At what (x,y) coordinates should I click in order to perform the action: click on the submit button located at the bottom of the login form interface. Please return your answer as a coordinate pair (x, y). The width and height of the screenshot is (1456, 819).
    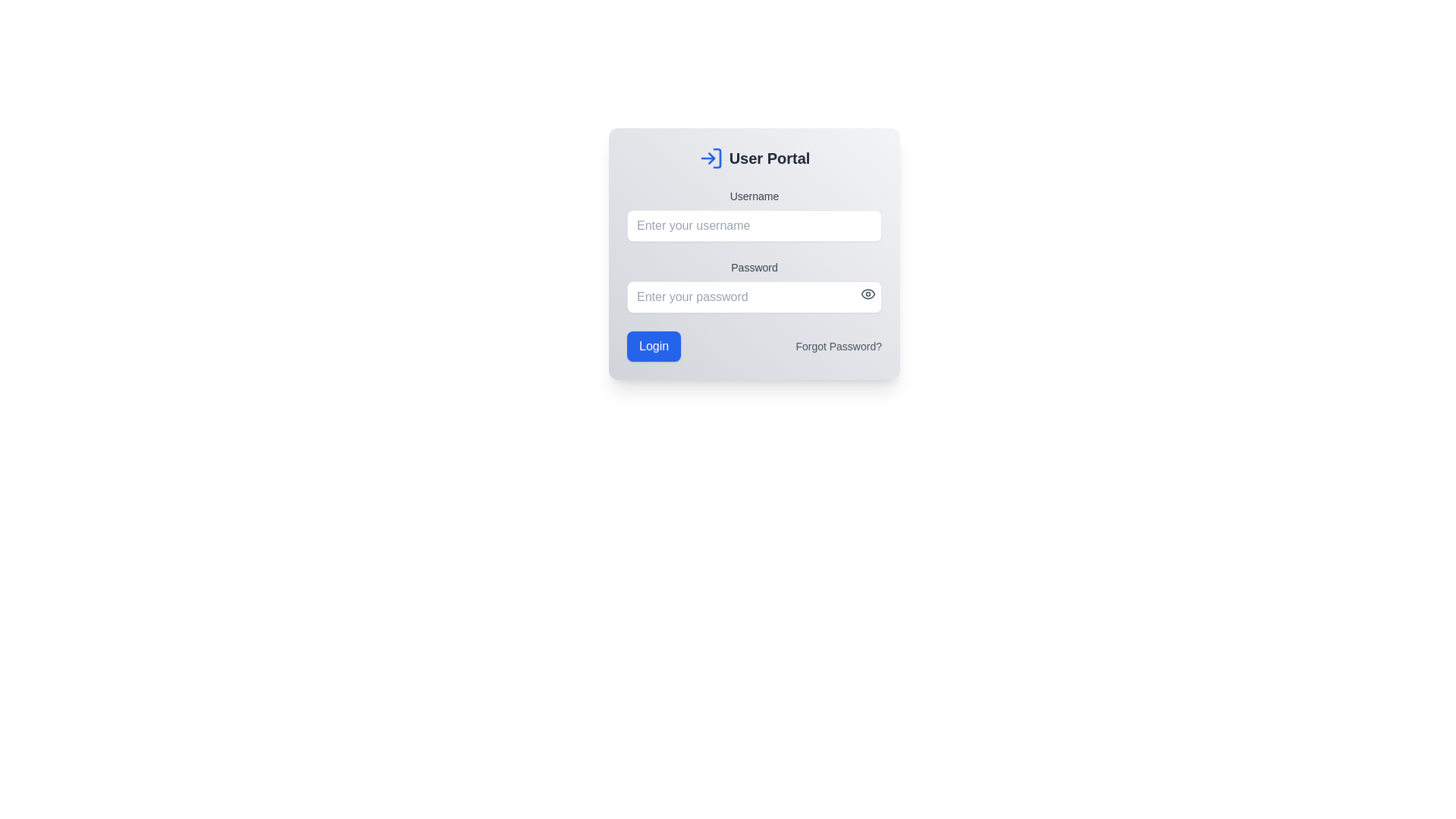
    Looking at the image, I should click on (654, 346).